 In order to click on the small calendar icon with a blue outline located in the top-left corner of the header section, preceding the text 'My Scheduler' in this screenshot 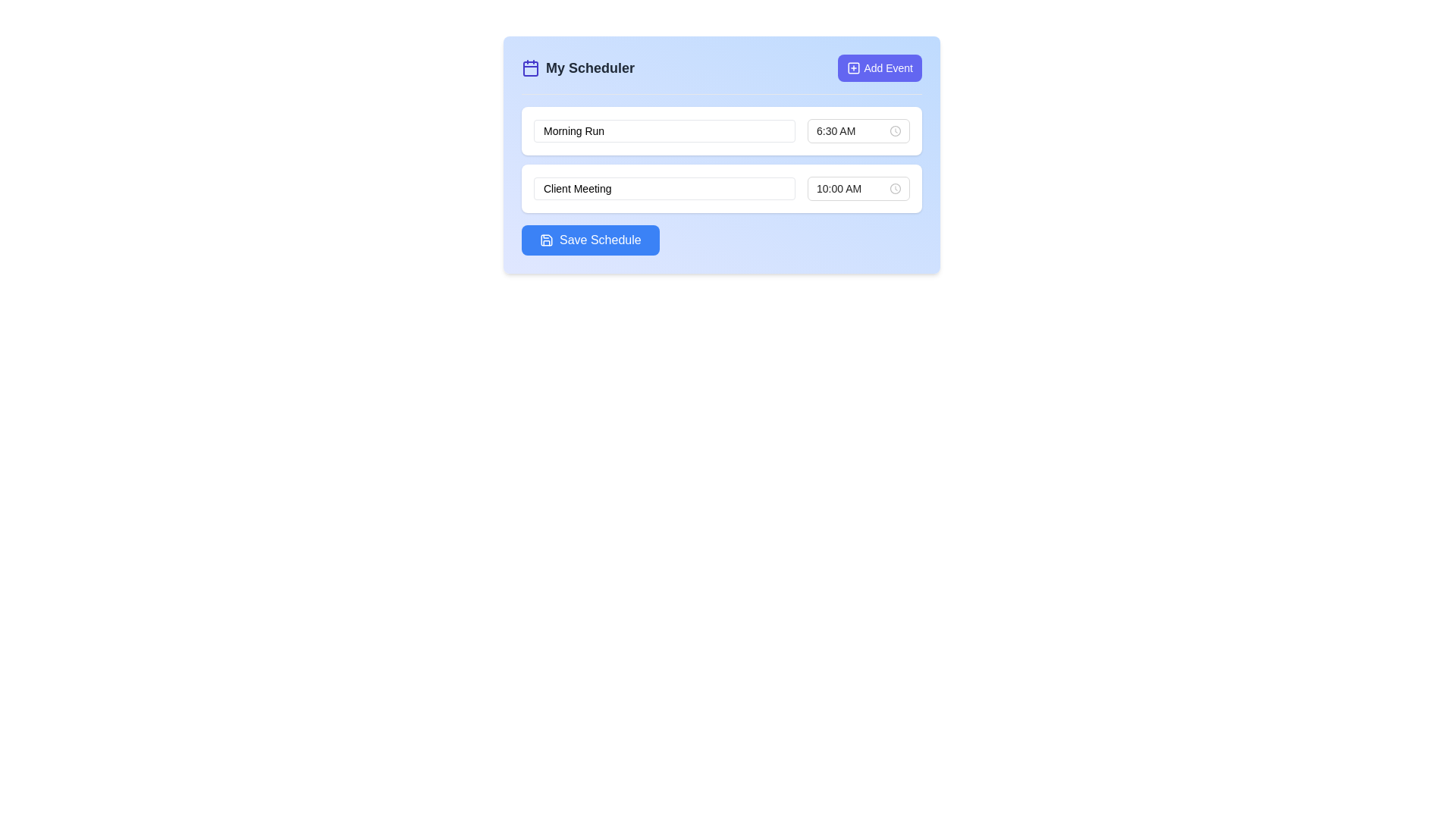, I will do `click(531, 67)`.